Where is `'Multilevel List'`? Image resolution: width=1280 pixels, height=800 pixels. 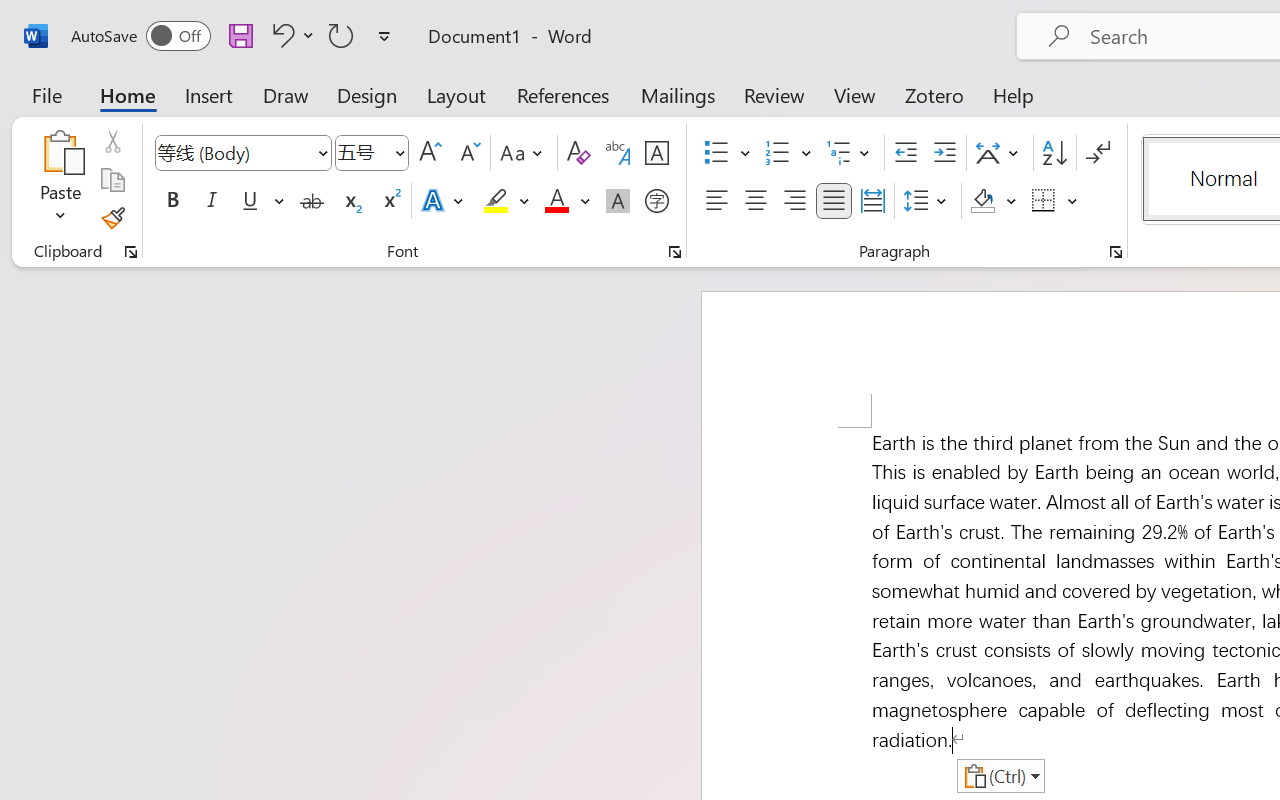
'Multilevel List' is located at coordinates (850, 153).